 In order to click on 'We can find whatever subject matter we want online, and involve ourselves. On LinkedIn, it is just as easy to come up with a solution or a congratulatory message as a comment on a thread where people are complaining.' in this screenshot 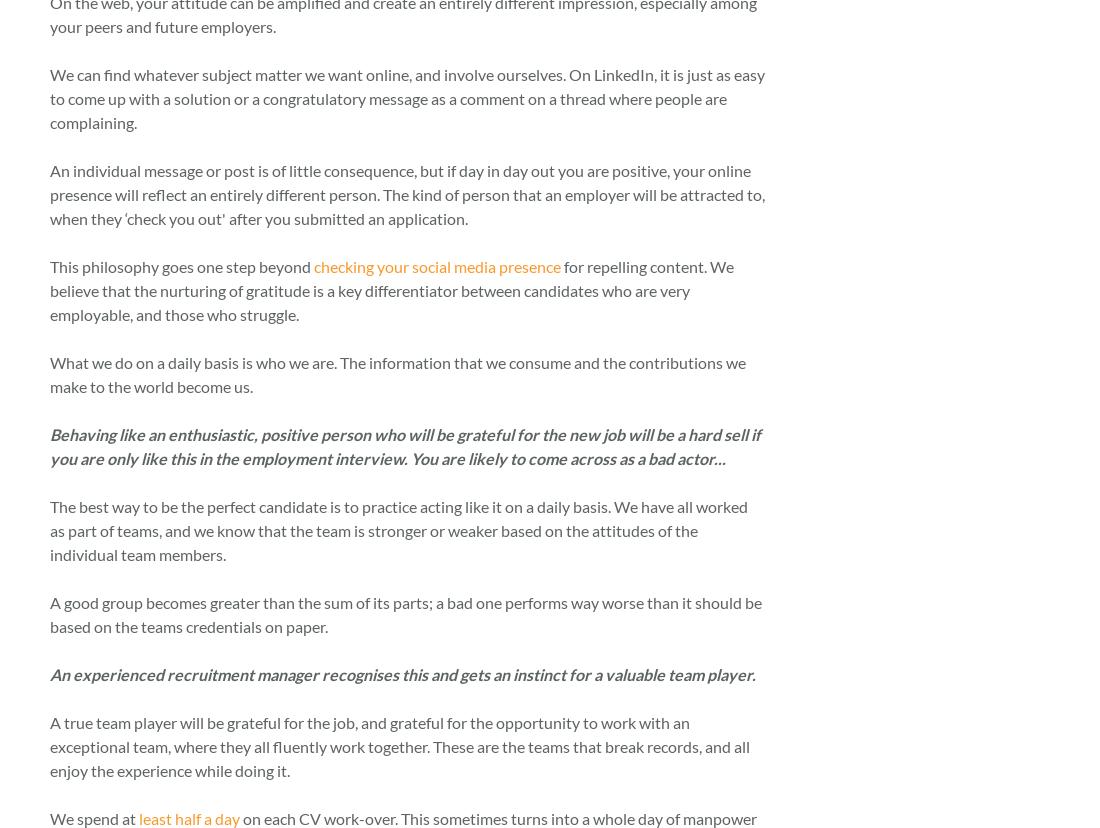, I will do `click(407, 97)`.